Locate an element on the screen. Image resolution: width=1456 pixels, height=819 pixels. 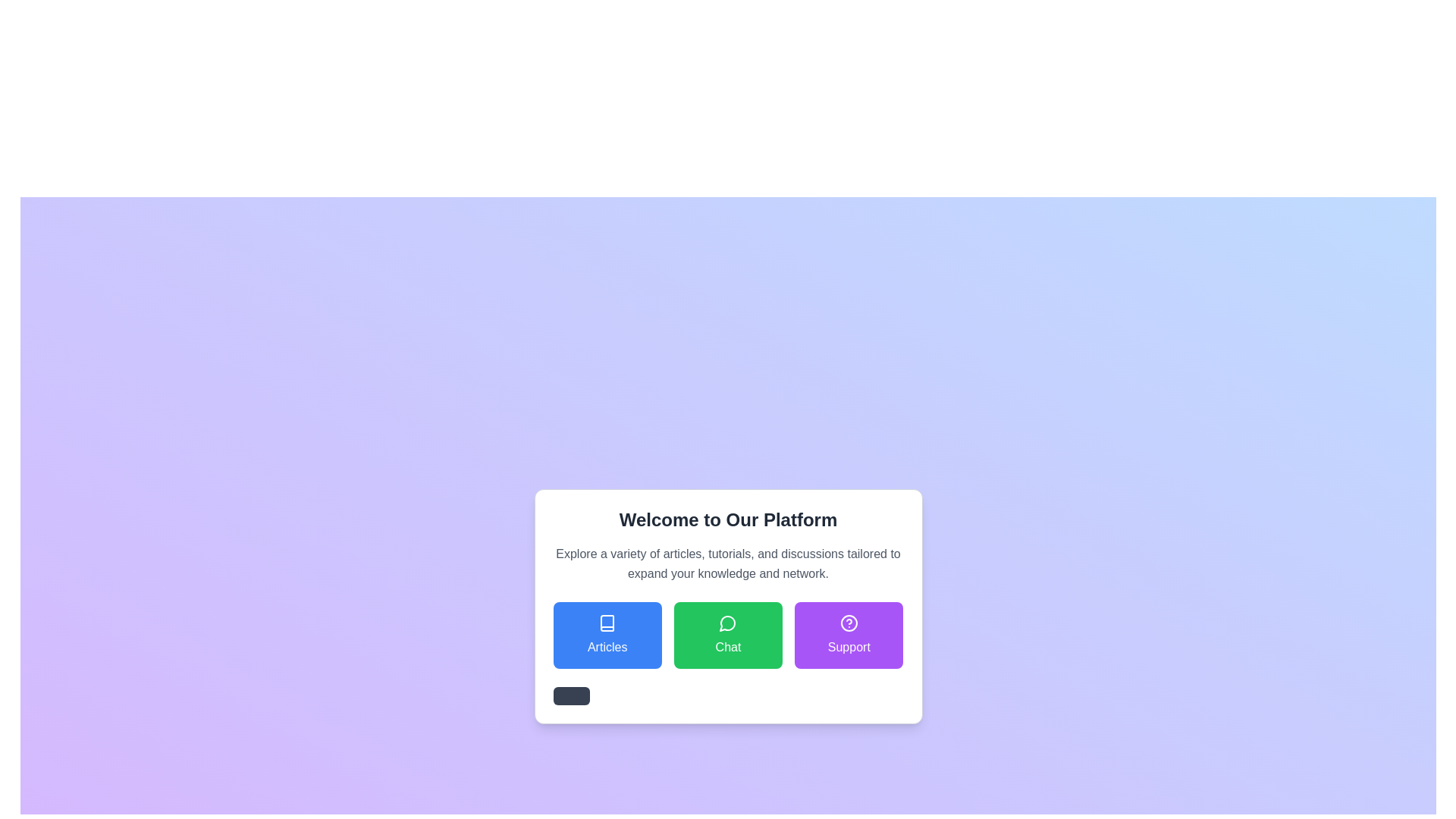
the descriptive text styled in light gray color, located below the title 'Welcome to Our Platform' and above the buttons 'Articles', 'Chat', and 'Support' is located at coordinates (728, 564).